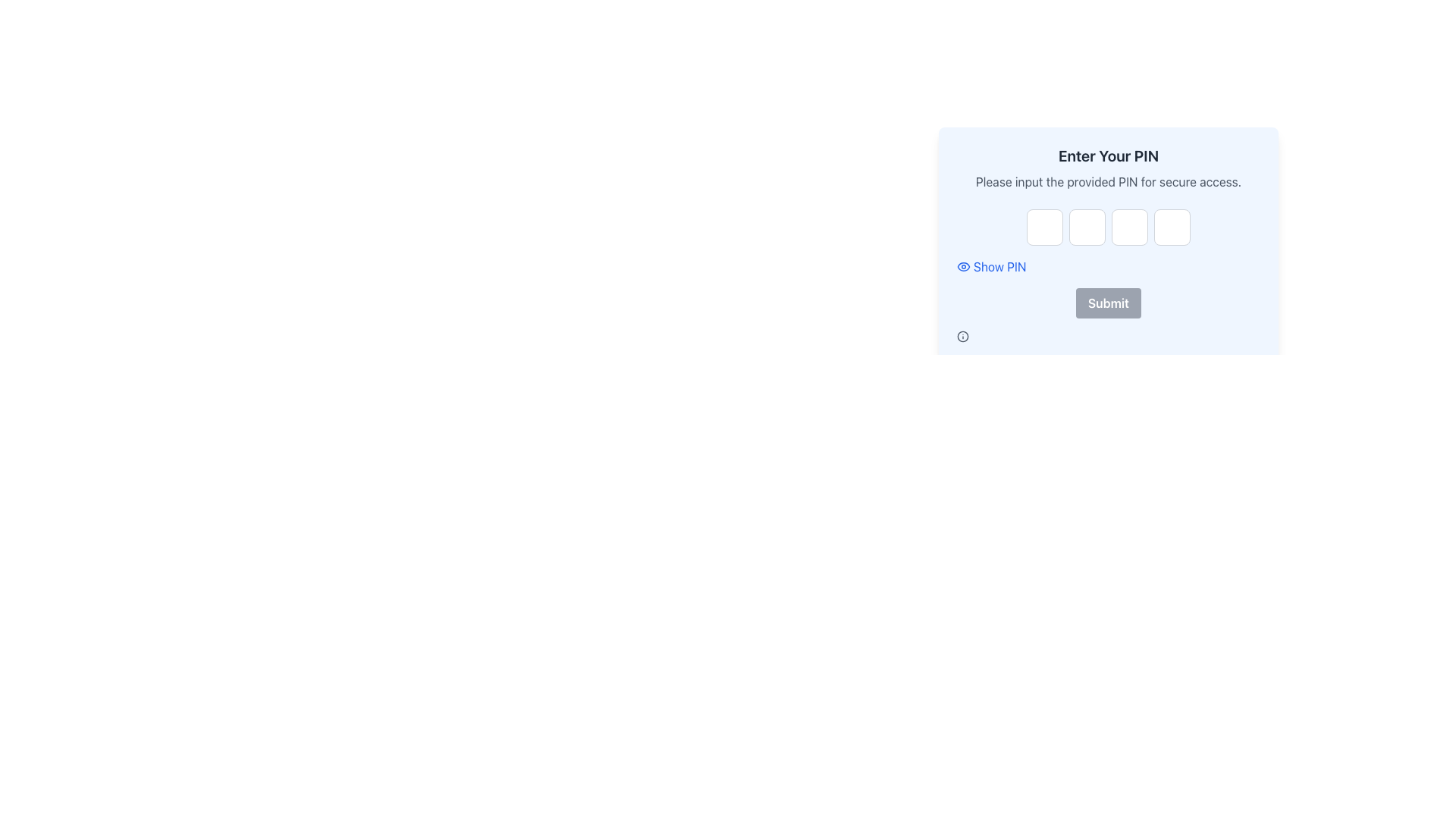 This screenshot has height=819, width=1456. I want to click on the input field in the central modal that prompts the user to input a secure PIN code, so click(1109, 201).